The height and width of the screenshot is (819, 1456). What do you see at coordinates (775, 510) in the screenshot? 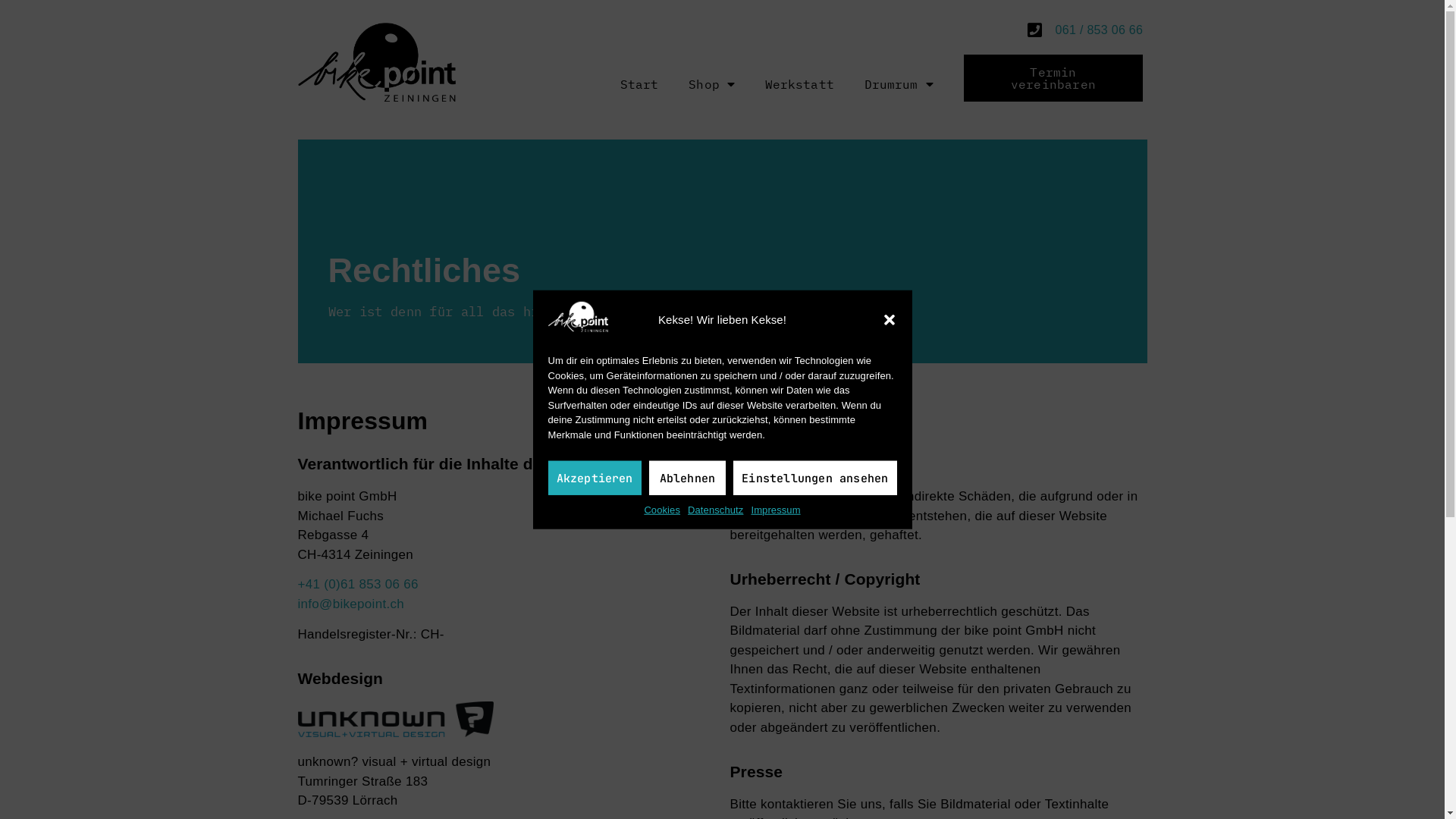
I see `'Impressum'` at bounding box center [775, 510].